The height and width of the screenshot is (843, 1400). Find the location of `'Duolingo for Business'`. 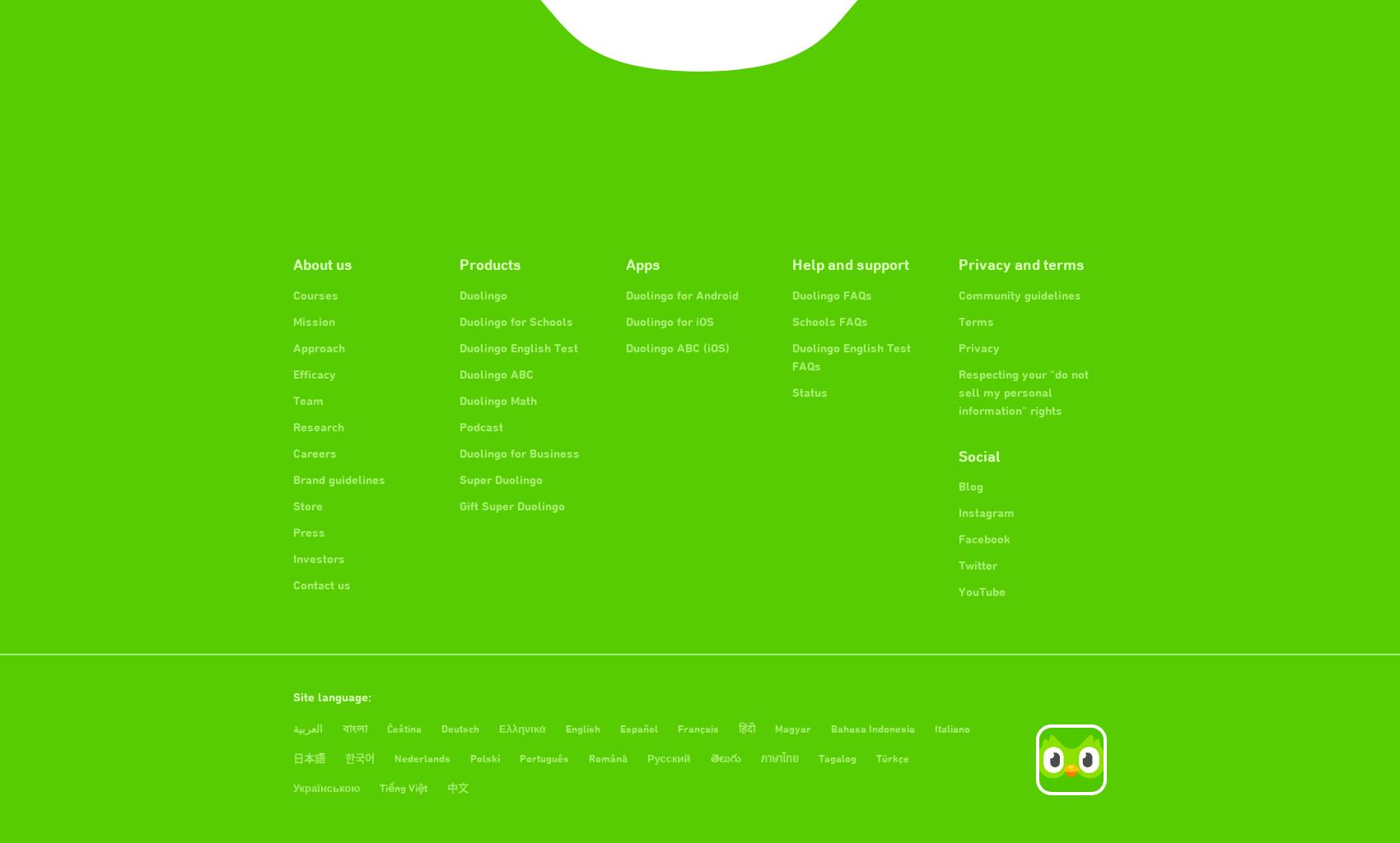

'Duolingo for Business' is located at coordinates (519, 452).